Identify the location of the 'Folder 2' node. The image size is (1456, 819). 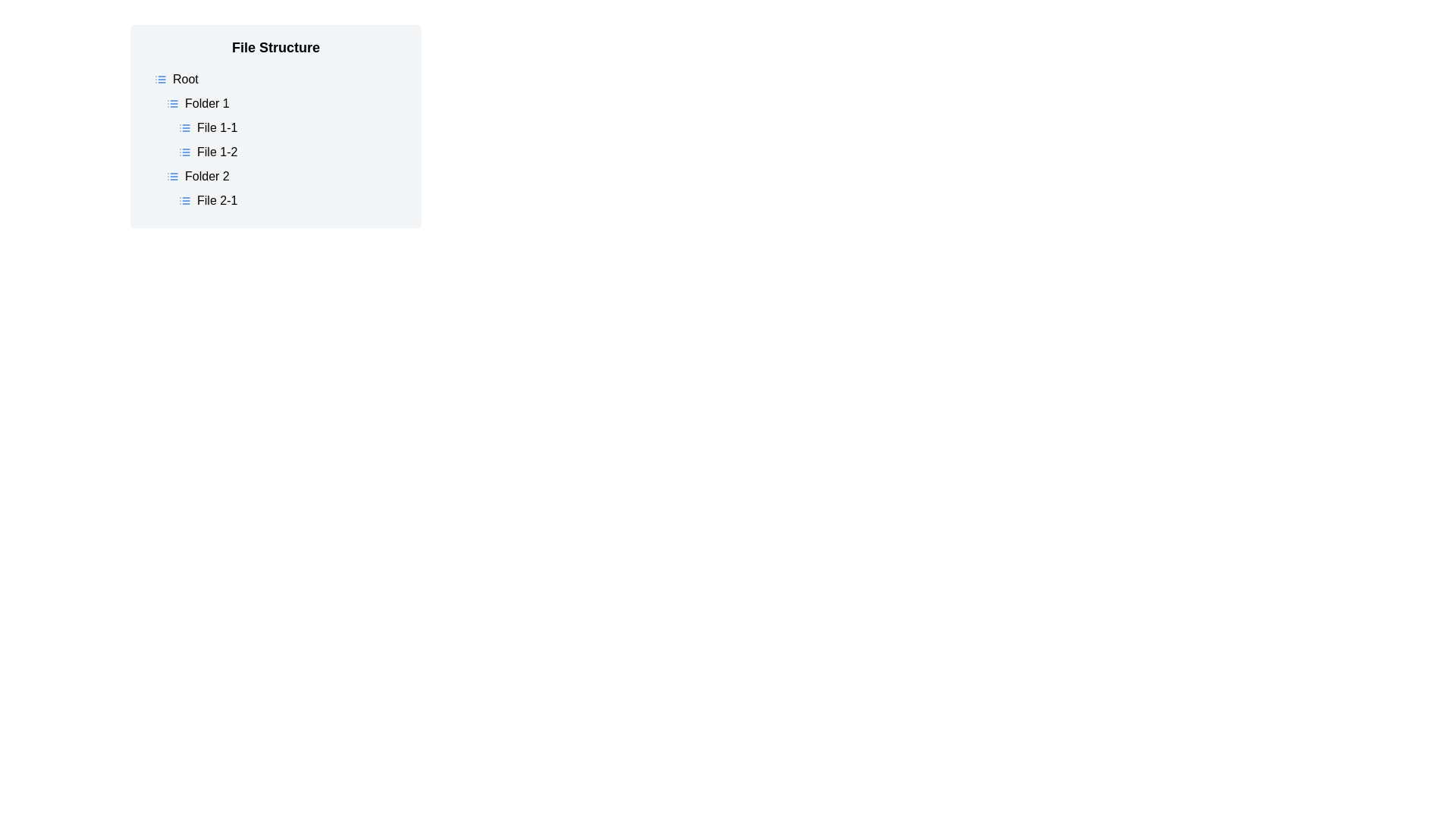
(287, 188).